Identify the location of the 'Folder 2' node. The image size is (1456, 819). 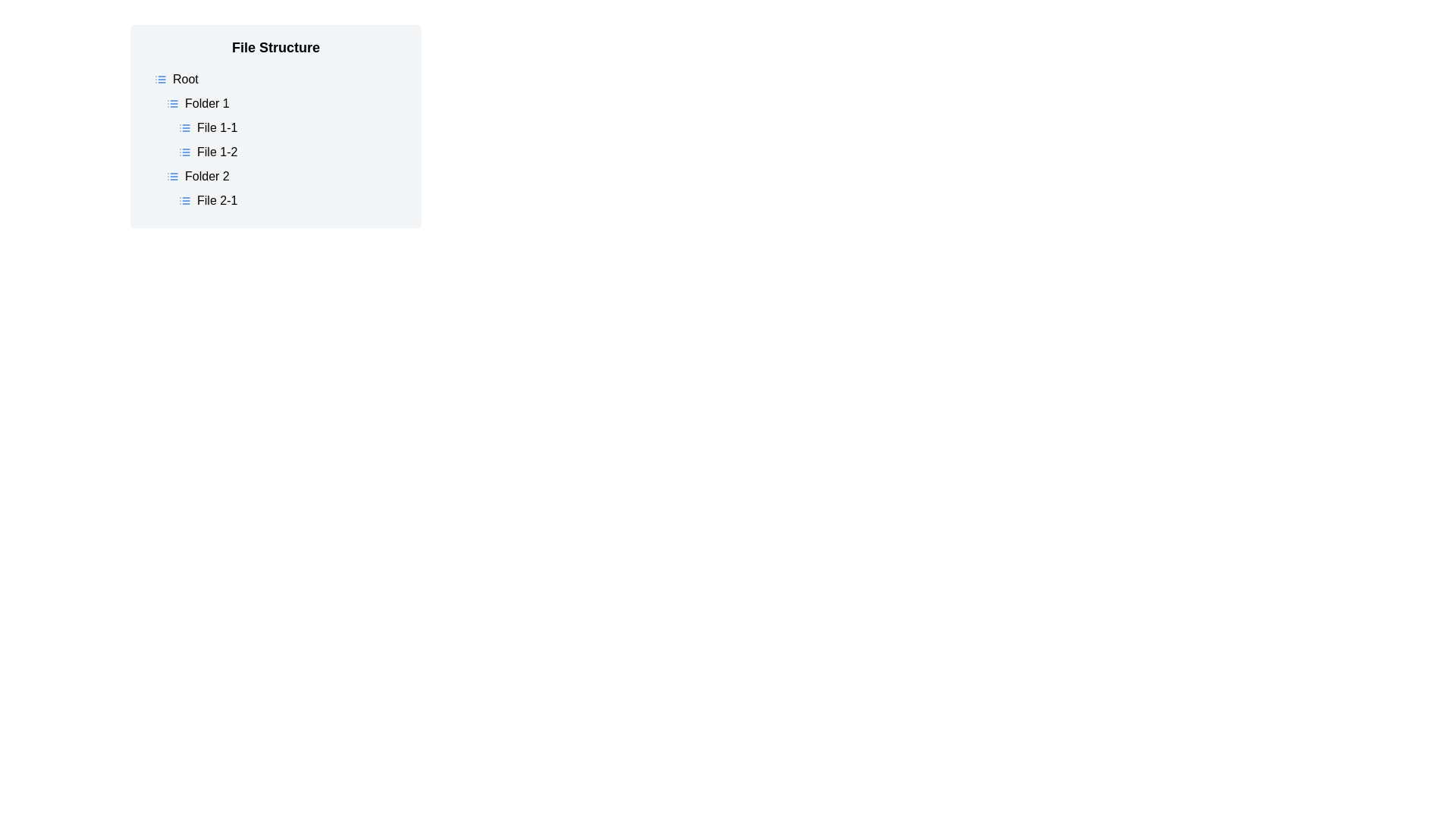
(287, 188).